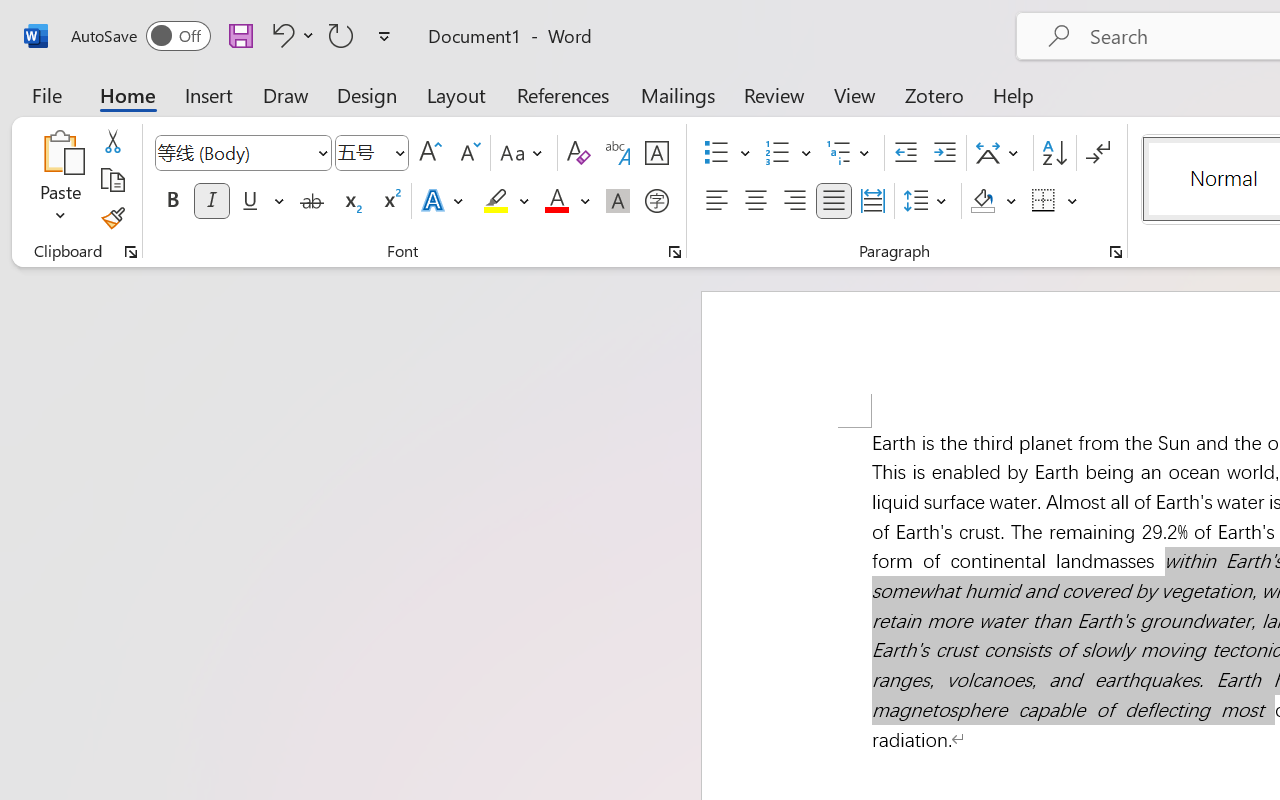 The height and width of the screenshot is (800, 1280). What do you see at coordinates (556, 201) in the screenshot?
I see `'Font Color Red'` at bounding box center [556, 201].